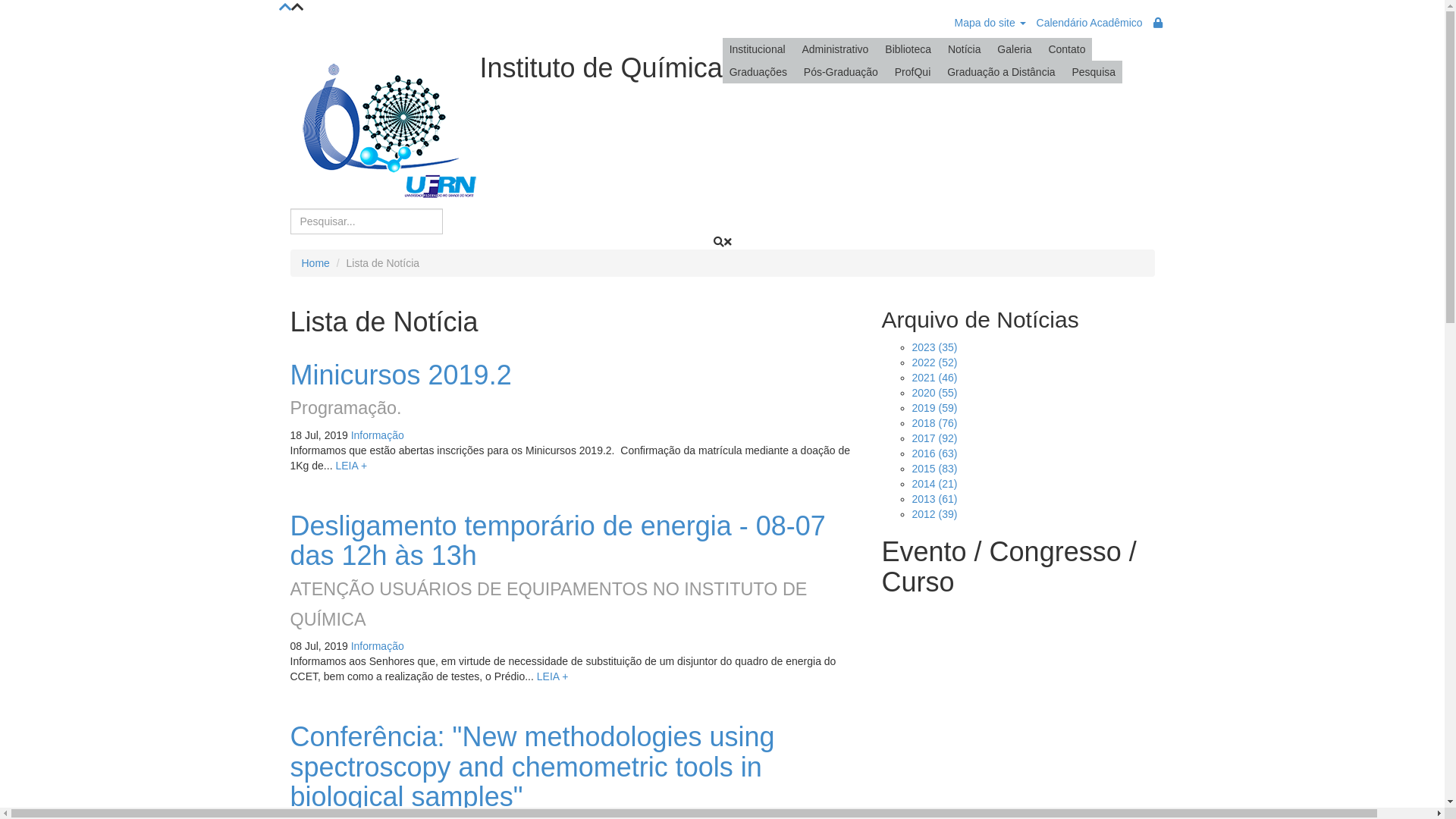 Image resolution: width=1456 pixels, height=819 pixels. I want to click on '2014 (21)', so click(934, 483).